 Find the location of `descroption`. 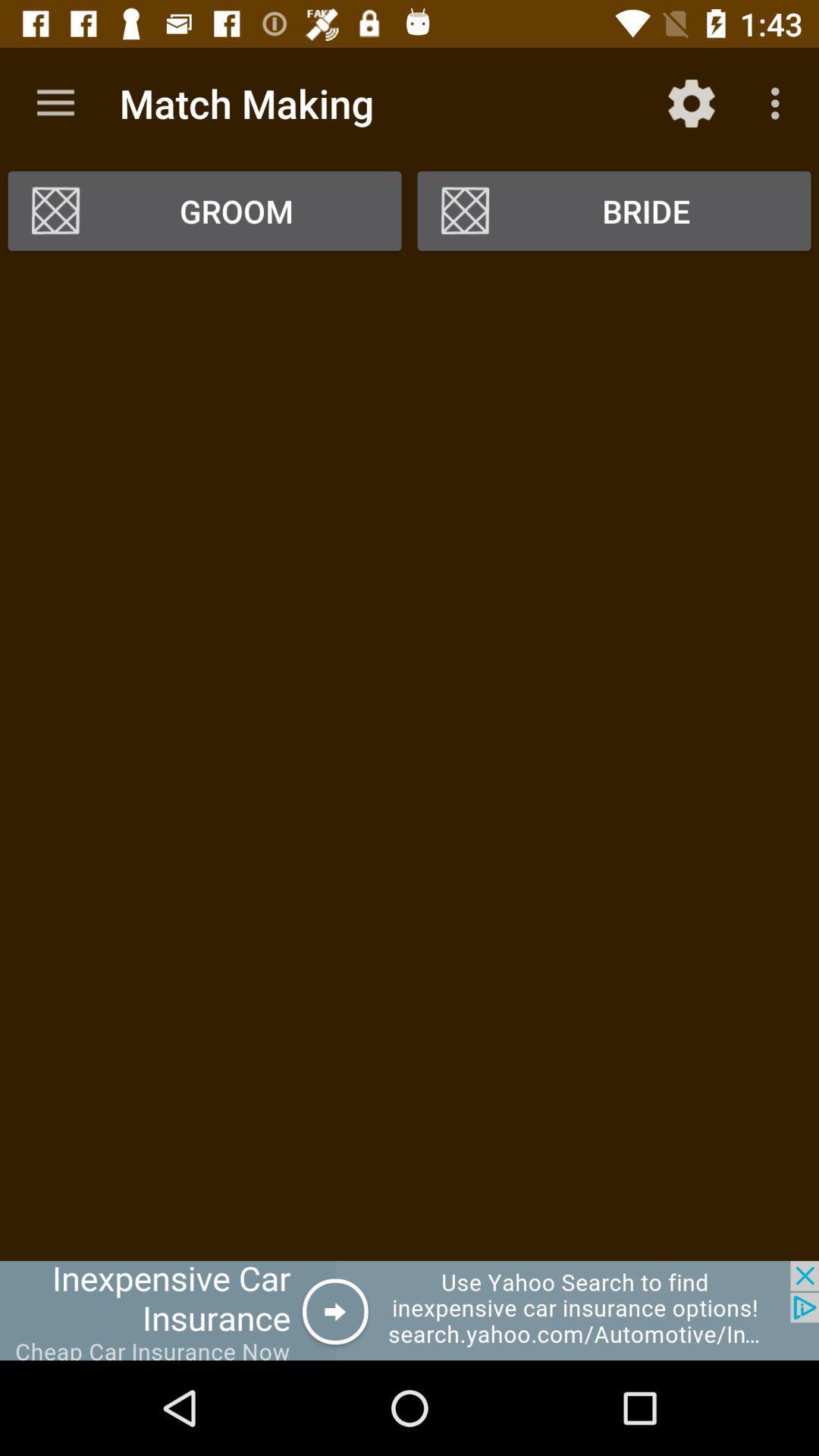

descroption is located at coordinates (409, 761).